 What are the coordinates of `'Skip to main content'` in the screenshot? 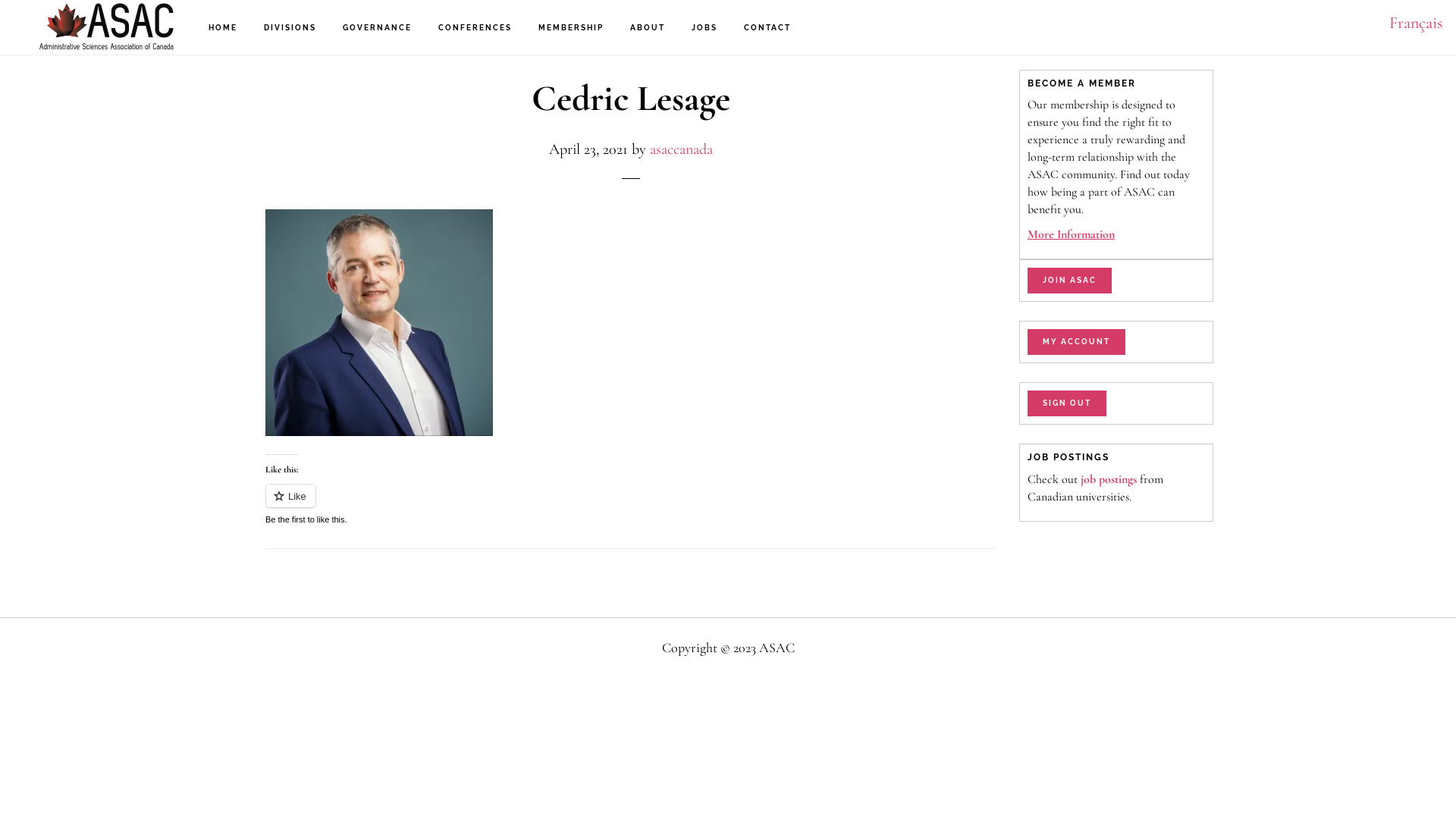 It's located at (0, 0).